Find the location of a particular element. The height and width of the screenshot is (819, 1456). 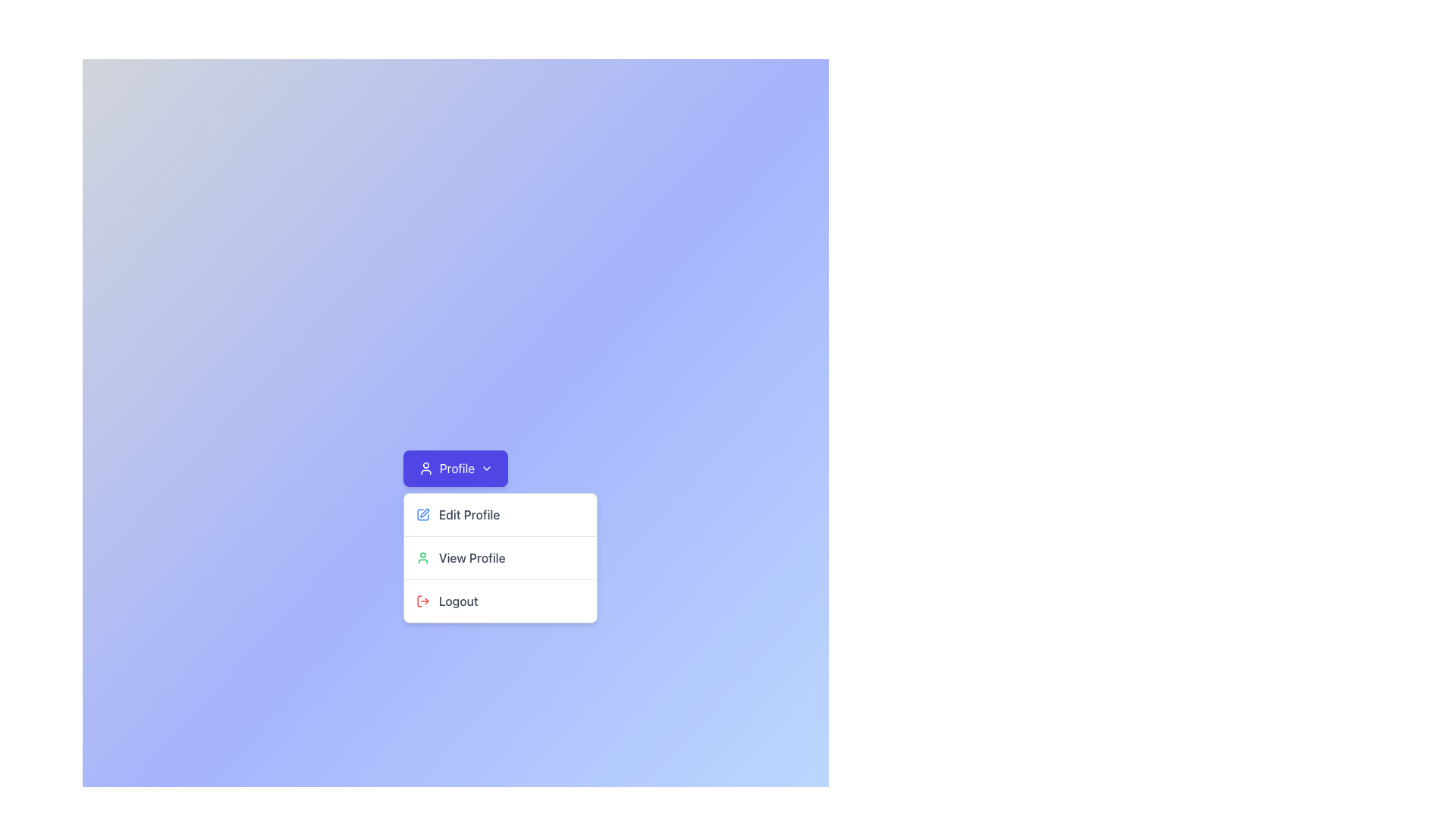

the 'View Profile' menu item in the vertical dropdown menu is located at coordinates (500, 558).